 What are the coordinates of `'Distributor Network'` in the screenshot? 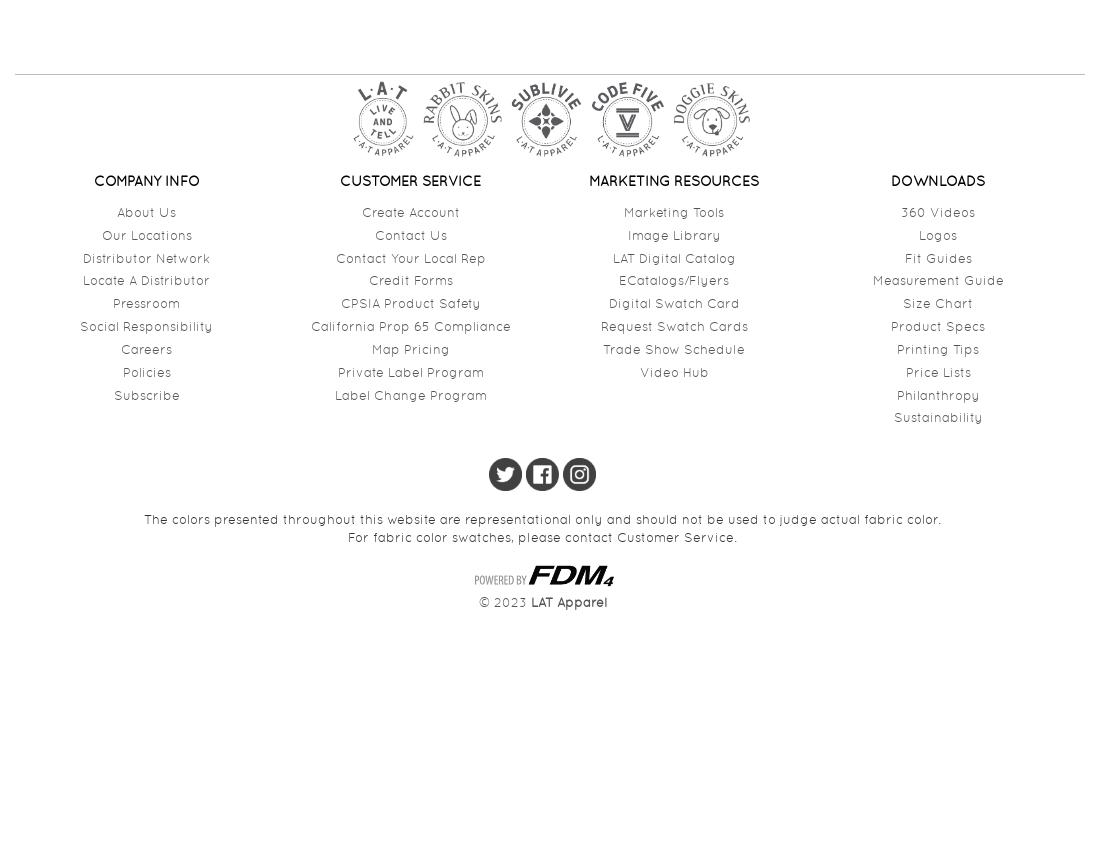 It's located at (145, 257).